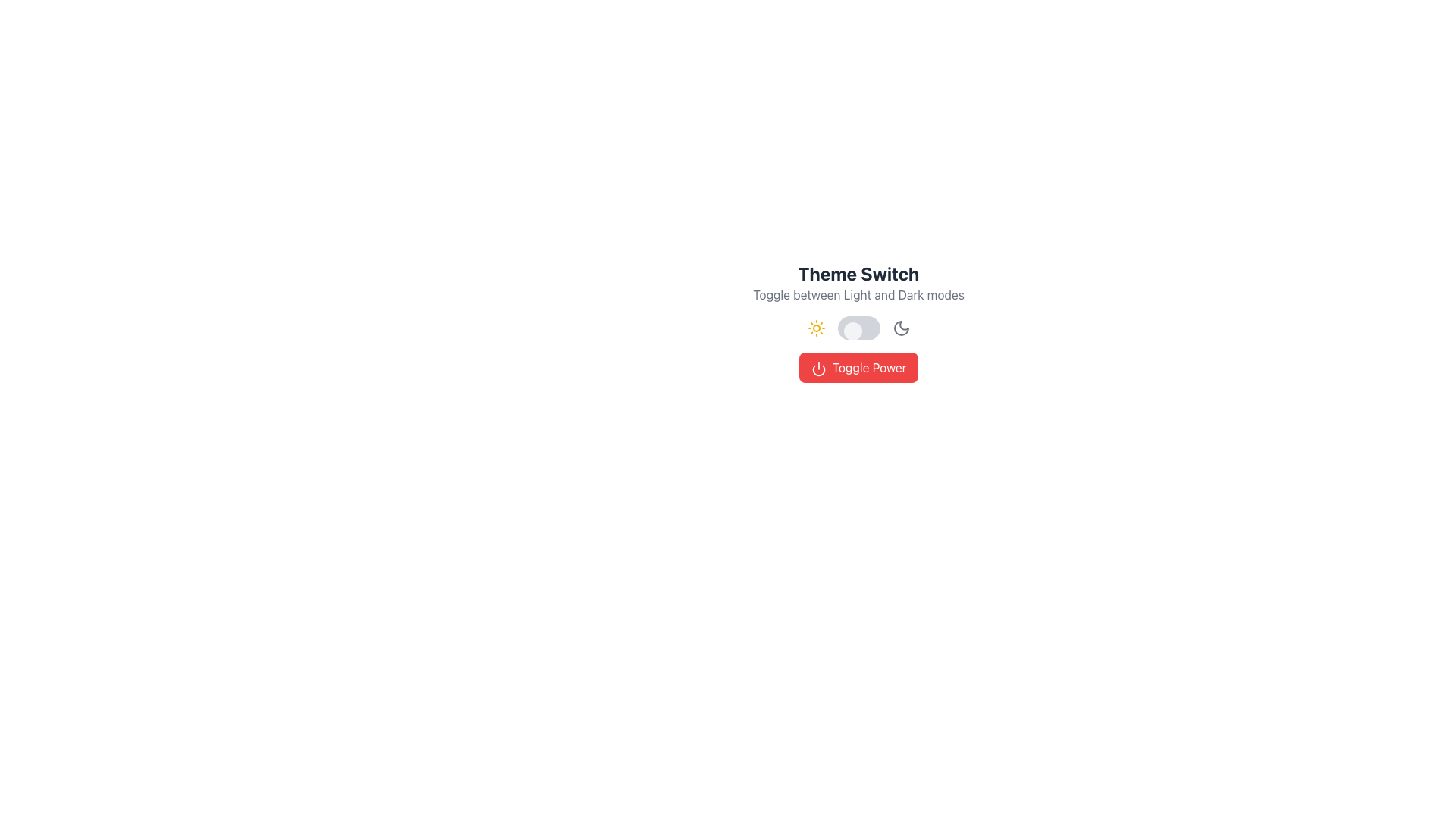 The width and height of the screenshot is (1456, 819). What do you see at coordinates (858, 295) in the screenshot?
I see `the text label that reads 'Toggle between Light and Dark modes', which is styled in gray and located beneath the 'Theme Switch' heading` at bounding box center [858, 295].